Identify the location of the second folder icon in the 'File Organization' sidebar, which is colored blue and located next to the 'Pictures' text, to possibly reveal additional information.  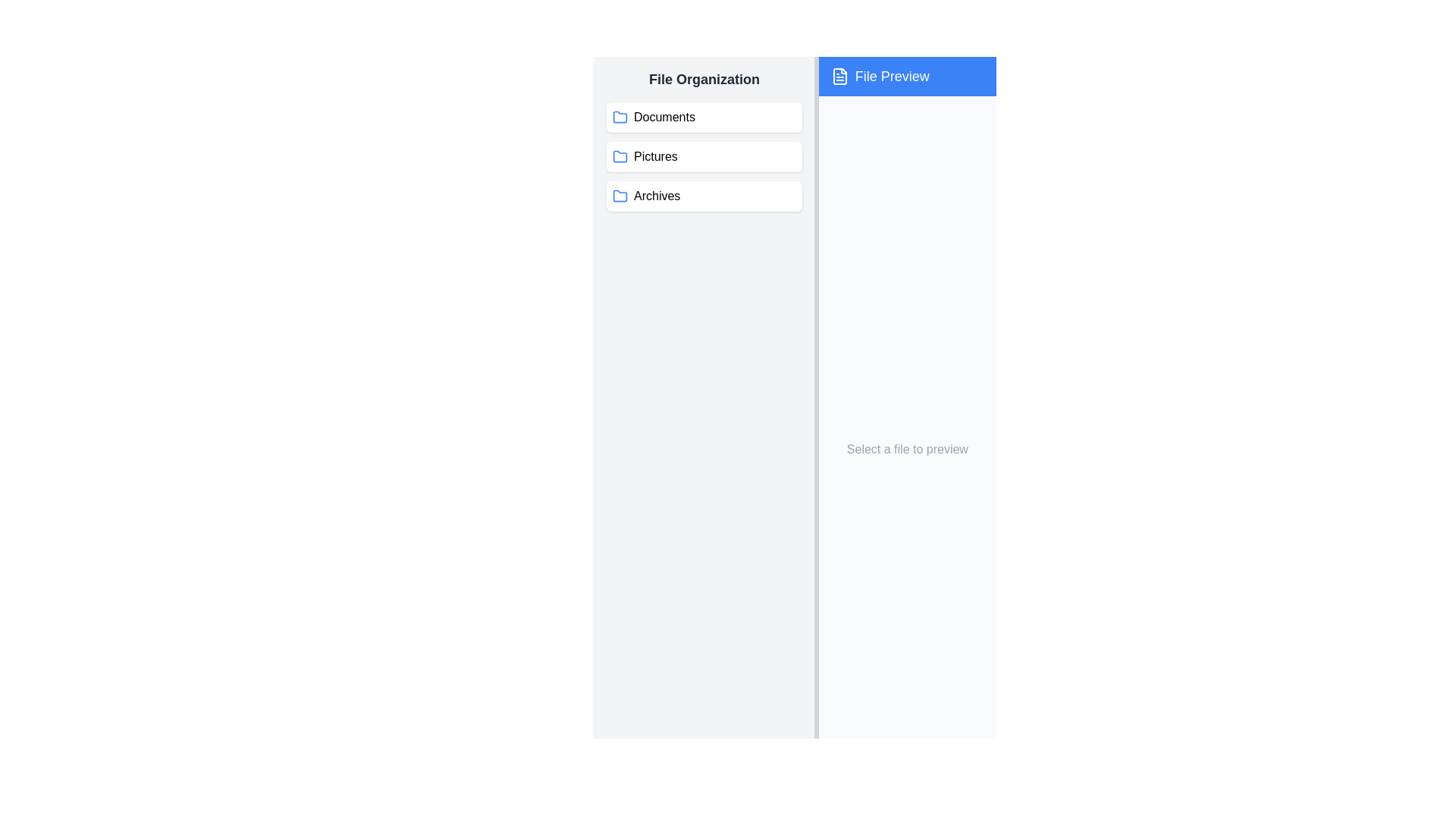
(620, 155).